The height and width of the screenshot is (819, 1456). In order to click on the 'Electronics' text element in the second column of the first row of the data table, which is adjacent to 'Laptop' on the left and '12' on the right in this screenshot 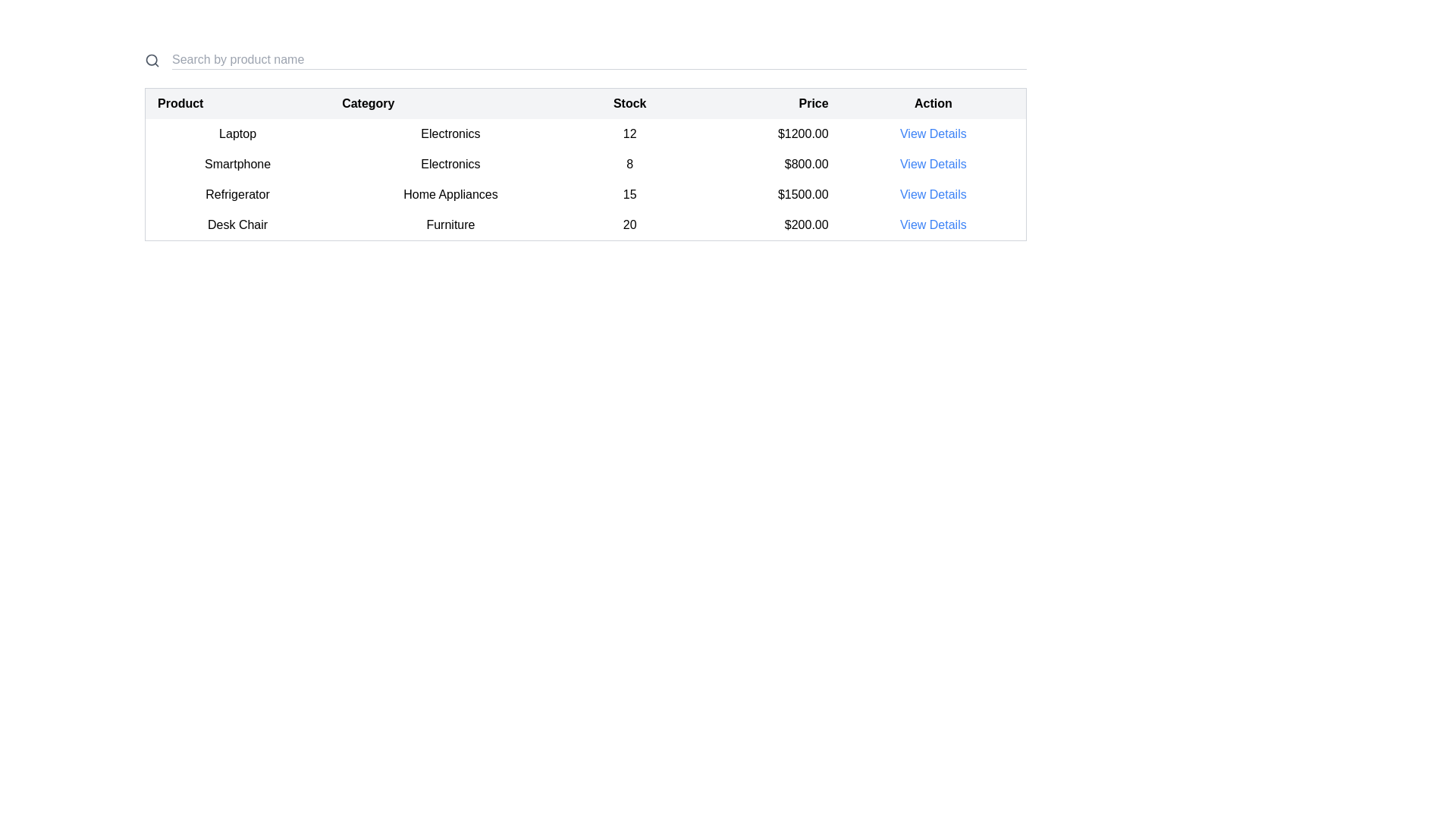, I will do `click(450, 133)`.